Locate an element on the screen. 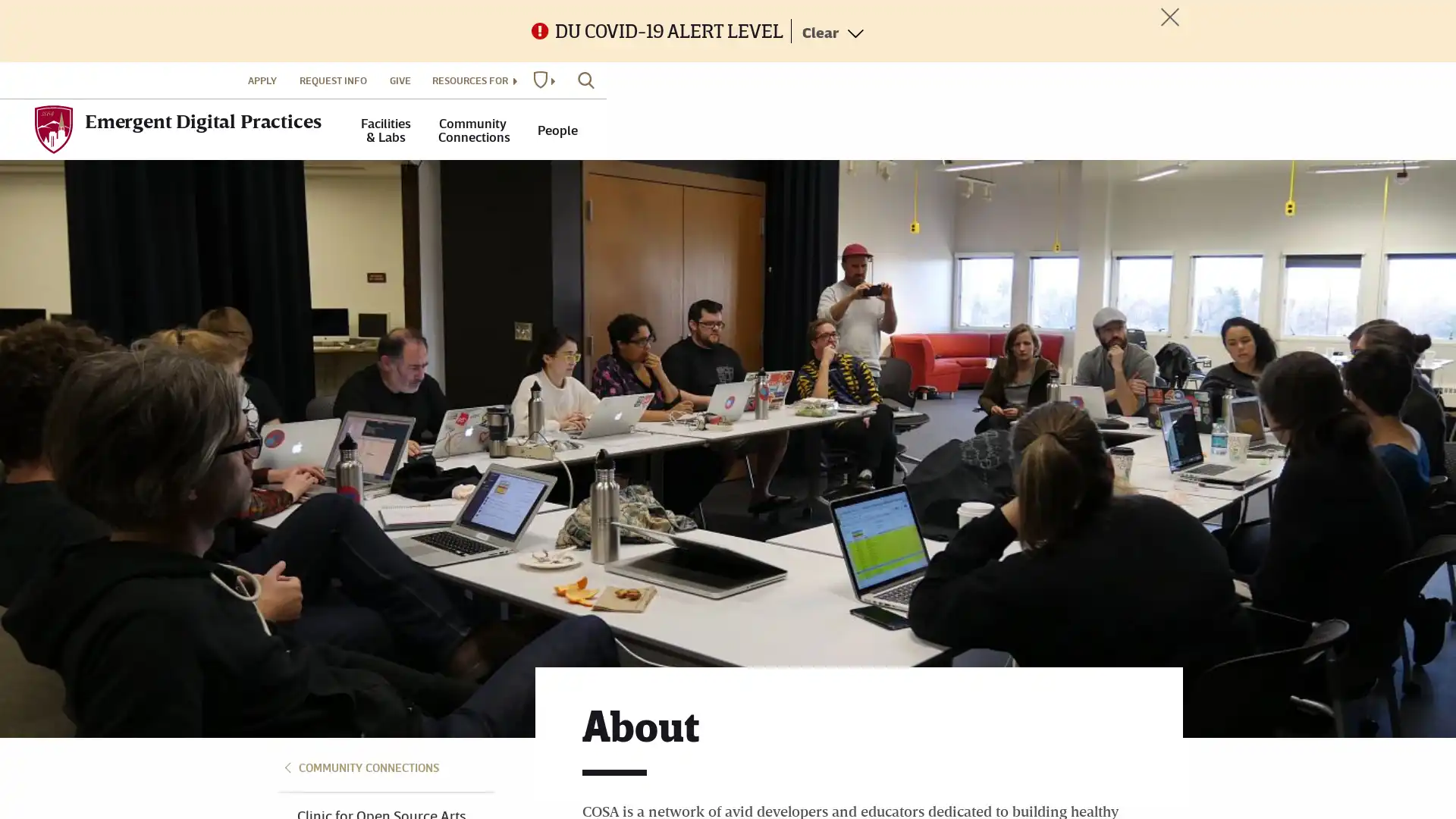  GIVE is located at coordinates (976, 80).